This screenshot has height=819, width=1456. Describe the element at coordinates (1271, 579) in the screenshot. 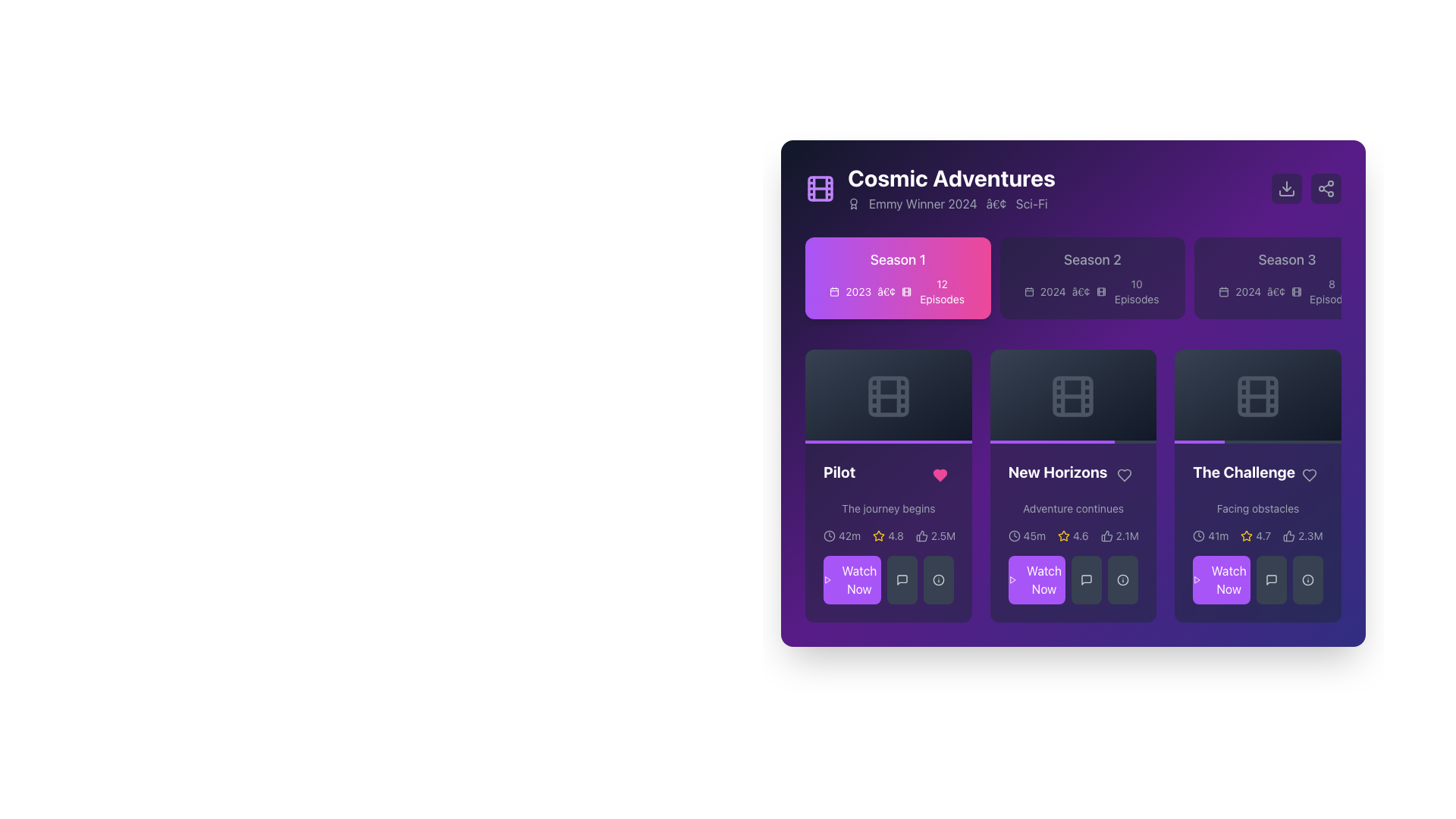

I see `the small comment or message icon, styled as a speech bubble outline, located in the bottom right corner of the card titled 'The Challenge'` at that location.